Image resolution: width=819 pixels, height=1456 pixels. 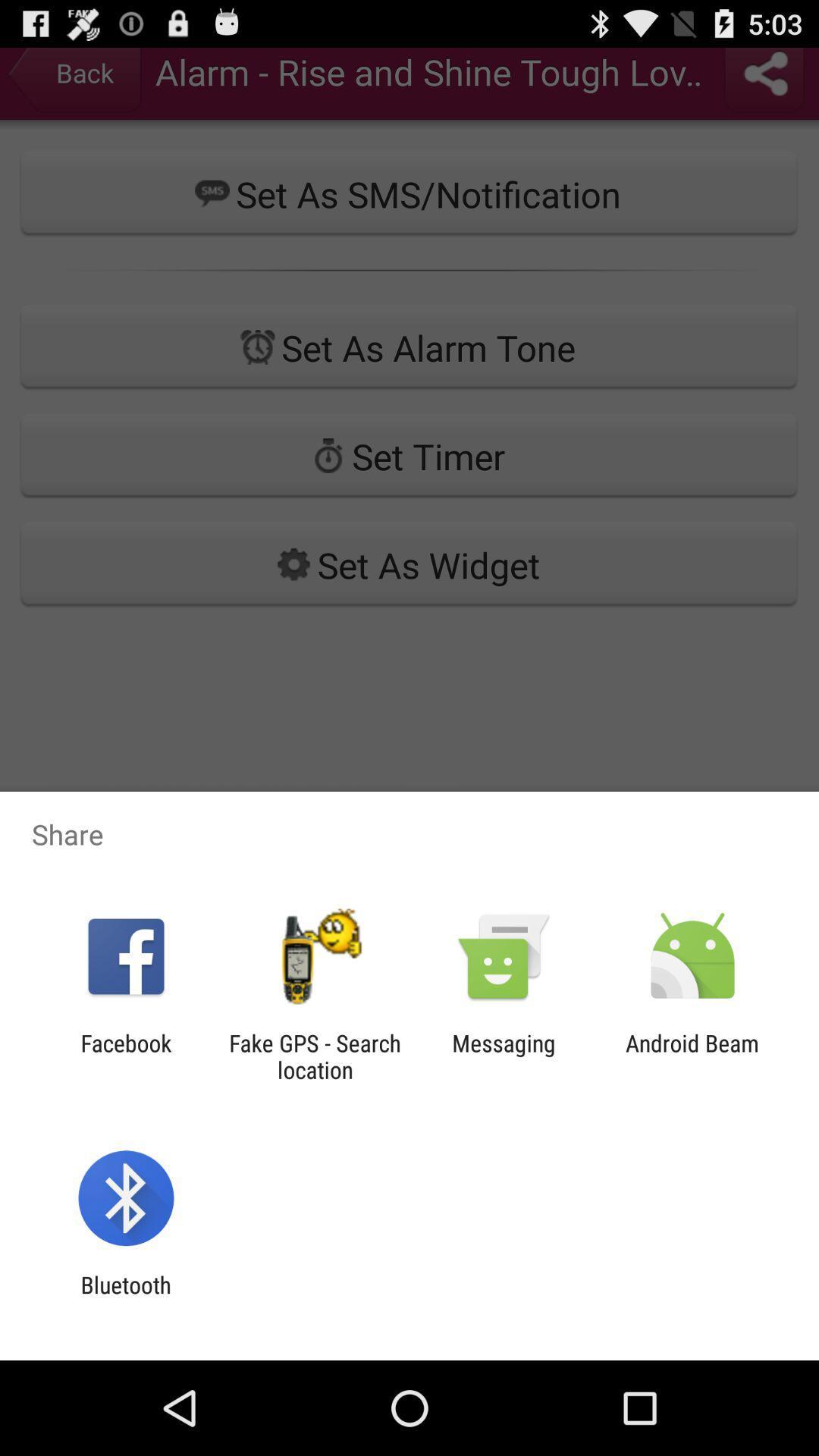 I want to click on bluetooth app, so click(x=125, y=1298).